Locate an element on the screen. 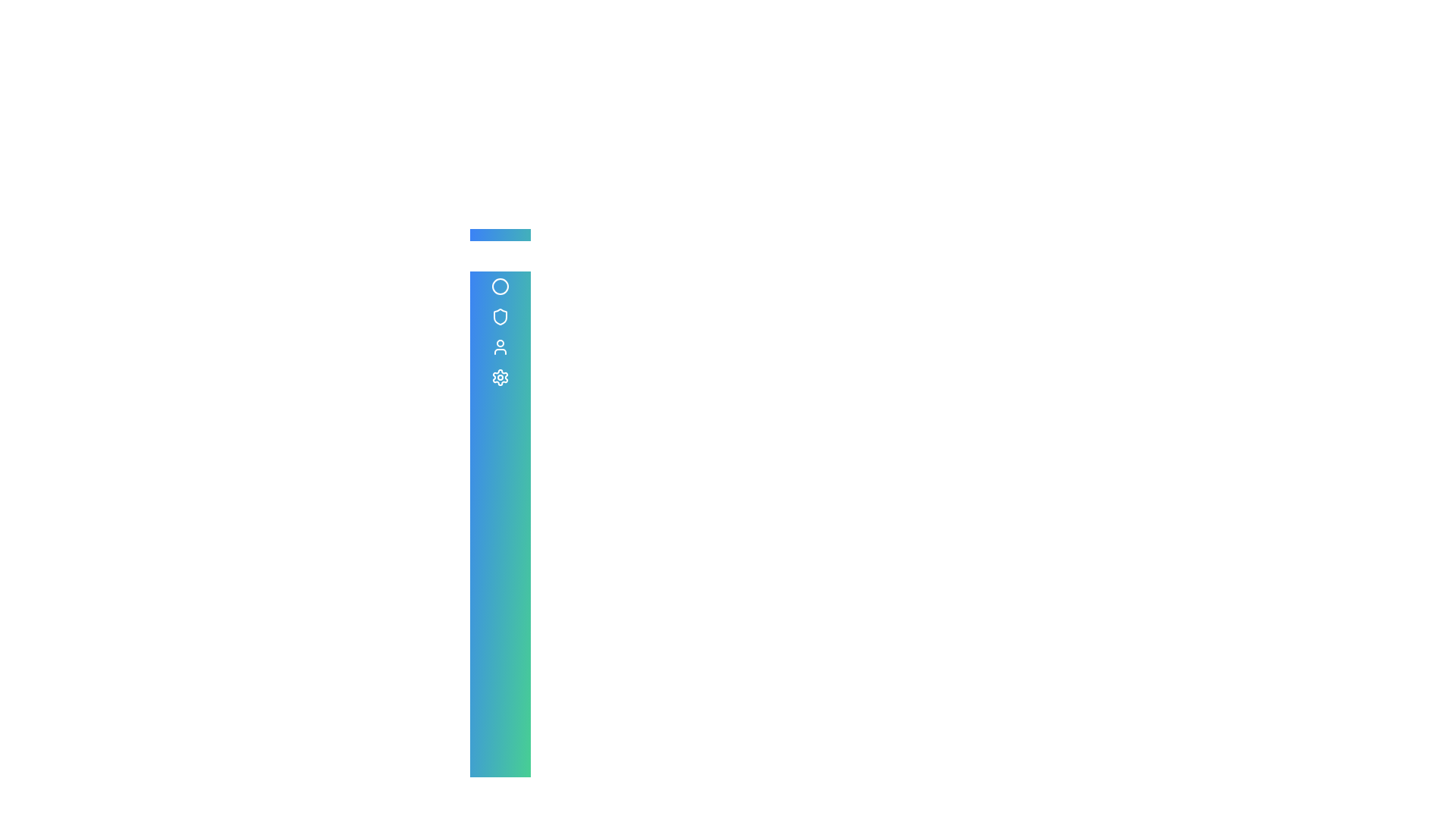  the user profile icon located in the vertical toolbar on the left side of the interface, which is the third icon from the top is located at coordinates (500, 347).